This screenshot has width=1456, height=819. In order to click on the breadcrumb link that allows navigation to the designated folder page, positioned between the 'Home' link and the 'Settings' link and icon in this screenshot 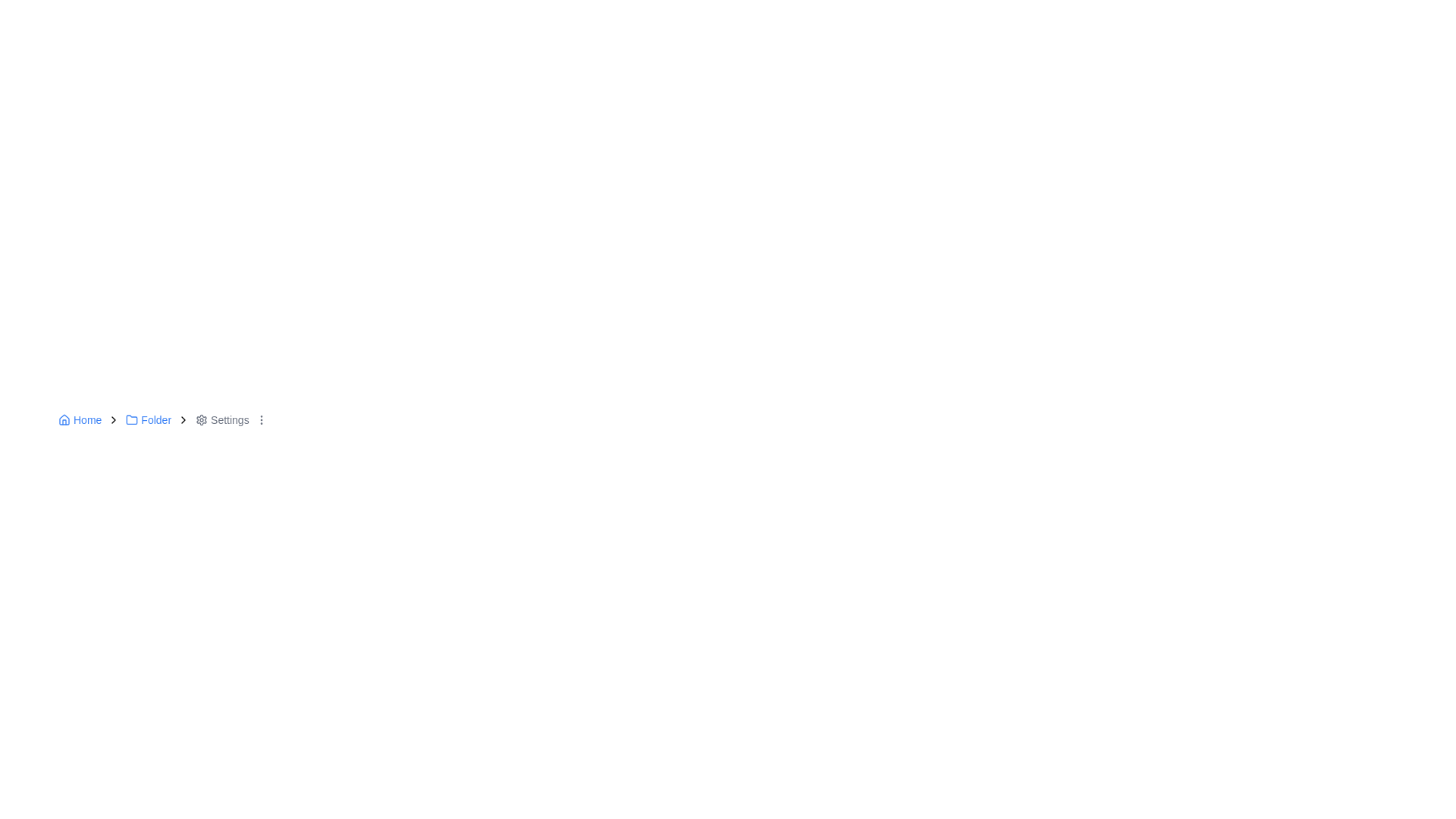, I will do `click(149, 420)`.